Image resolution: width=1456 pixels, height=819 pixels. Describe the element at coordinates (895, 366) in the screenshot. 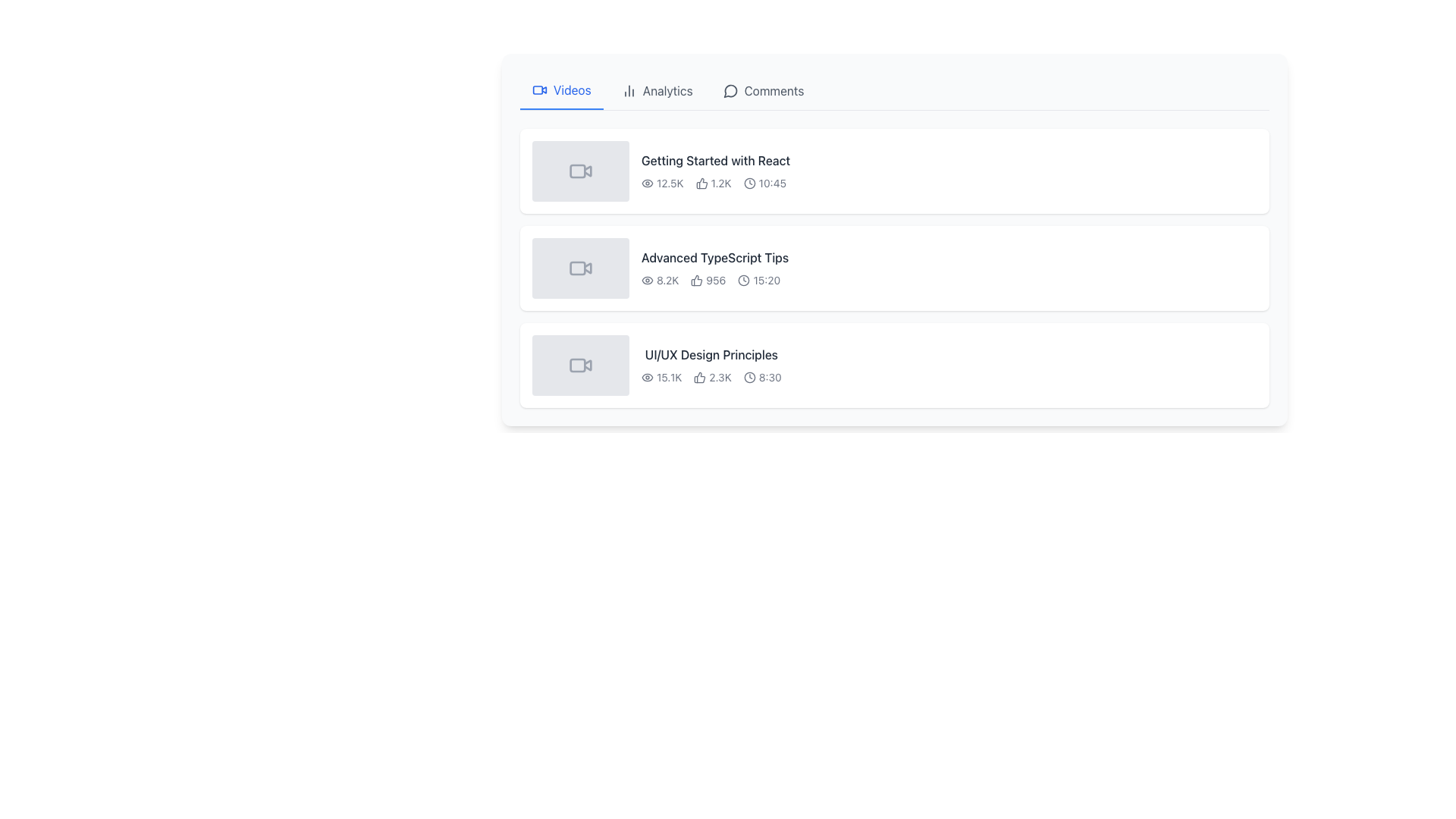

I see `the third list entry featuring the title 'UI/UX Design Principles', which includes a thumbnail and textual details such as view count '15.1K', likes '2.3K', and duration '8:30'` at that location.